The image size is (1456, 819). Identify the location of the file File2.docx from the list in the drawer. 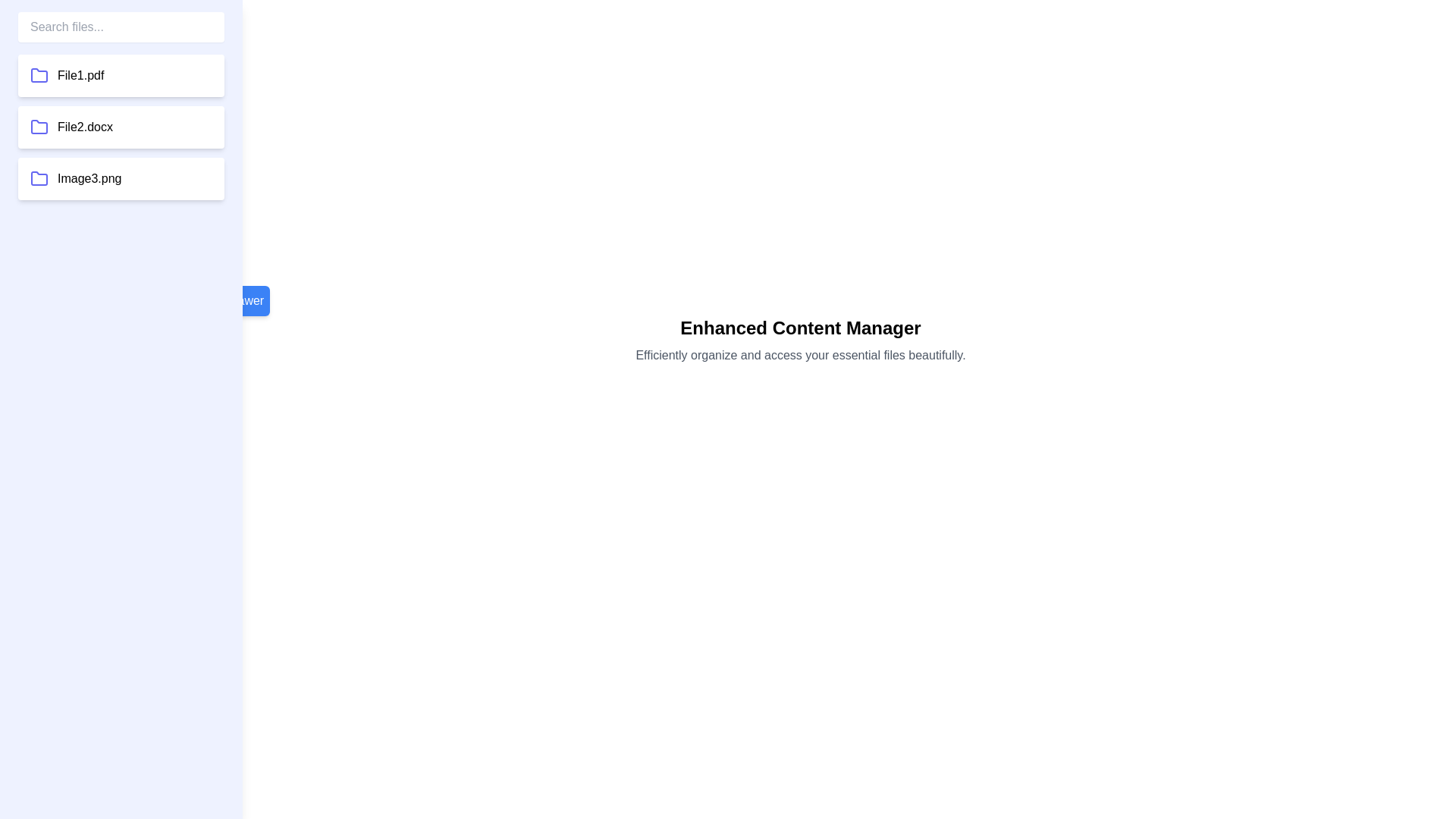
(120, 127).